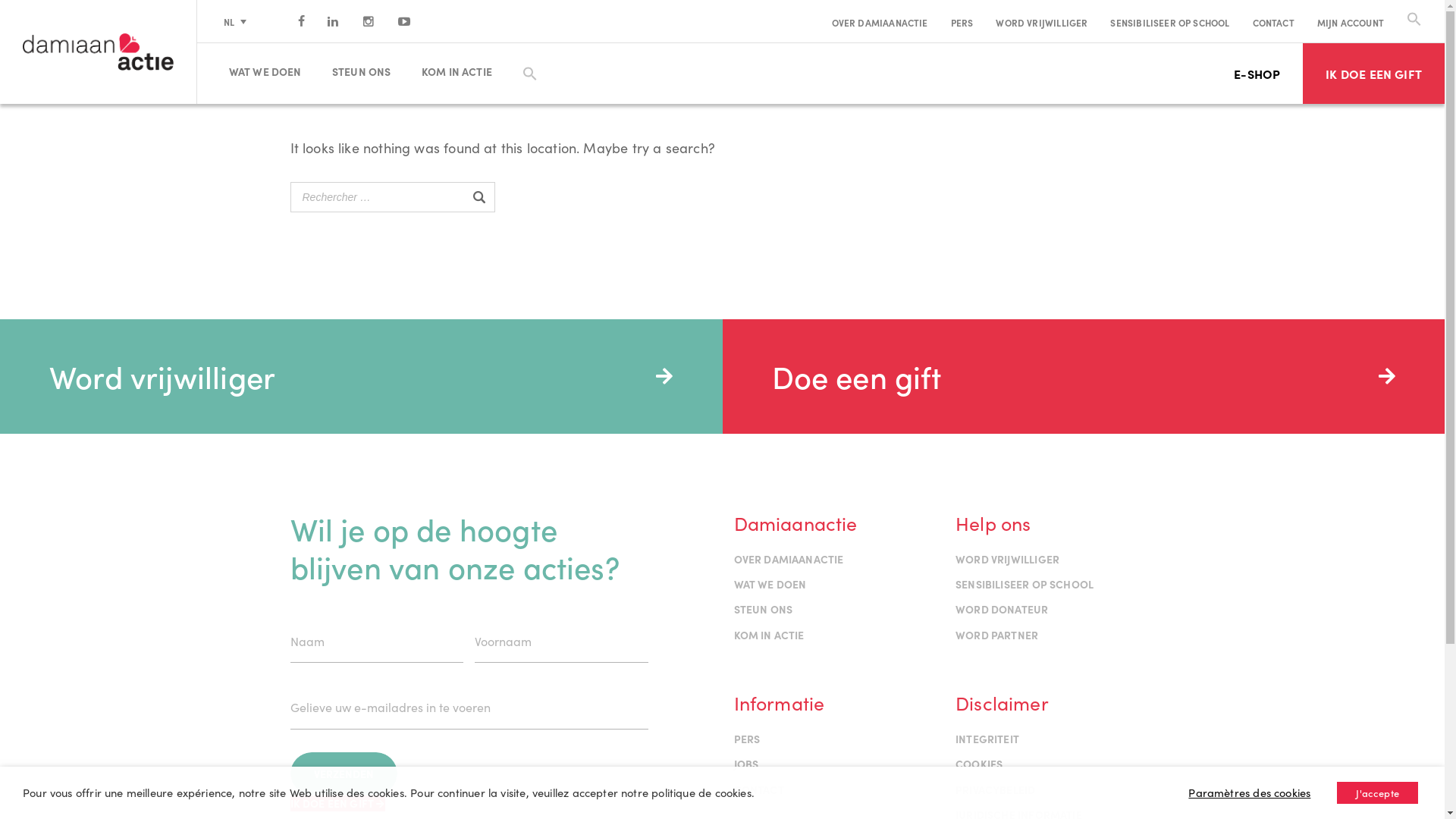 The width and height of the screenshot is (1456, 819). Describe the element at coordinates (462, 71) in the screenshot. I see `'KOM IN ACTIE'` at that location.